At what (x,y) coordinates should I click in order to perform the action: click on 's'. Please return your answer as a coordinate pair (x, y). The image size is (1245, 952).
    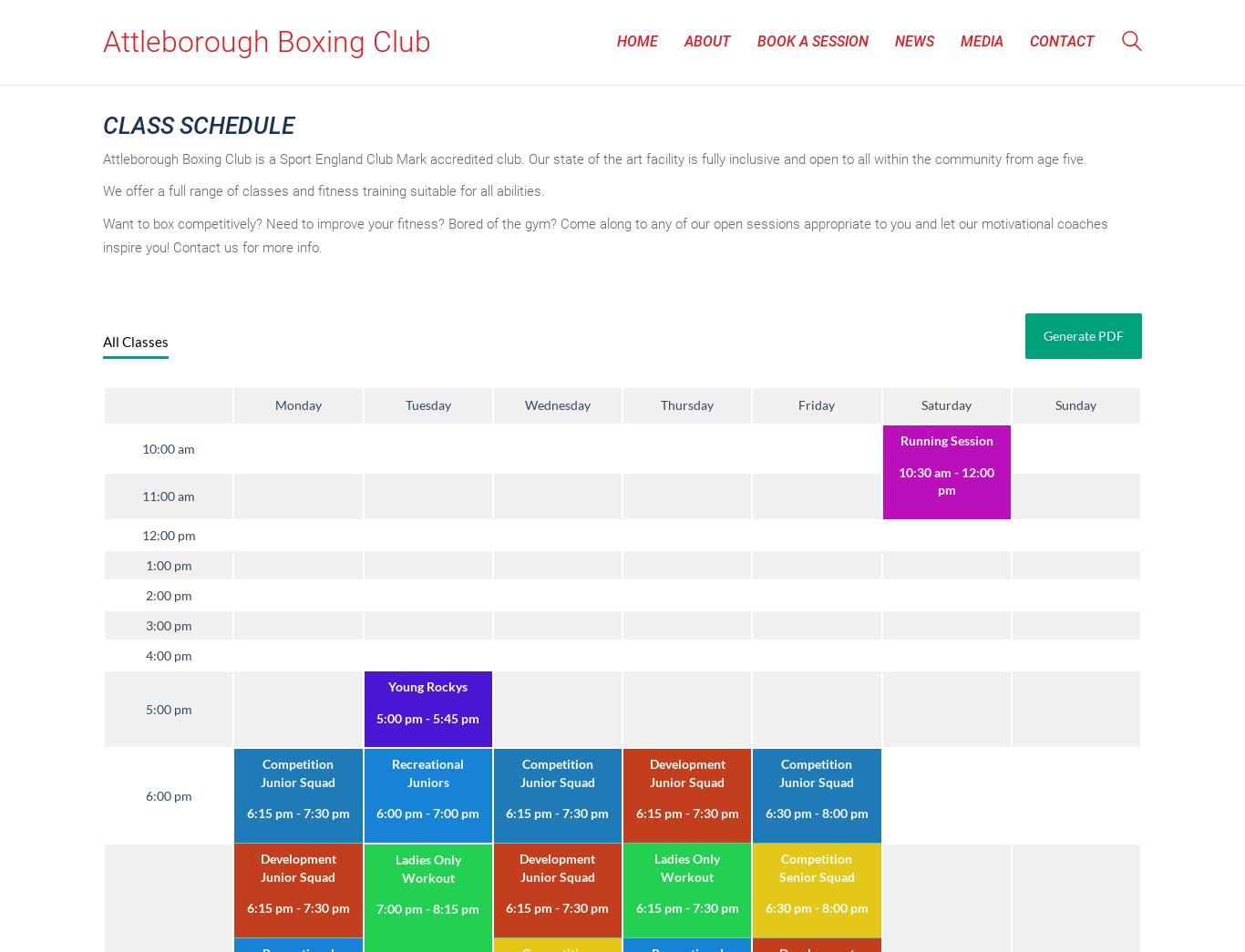
    Looking at the image, I should click on (1008, 38).